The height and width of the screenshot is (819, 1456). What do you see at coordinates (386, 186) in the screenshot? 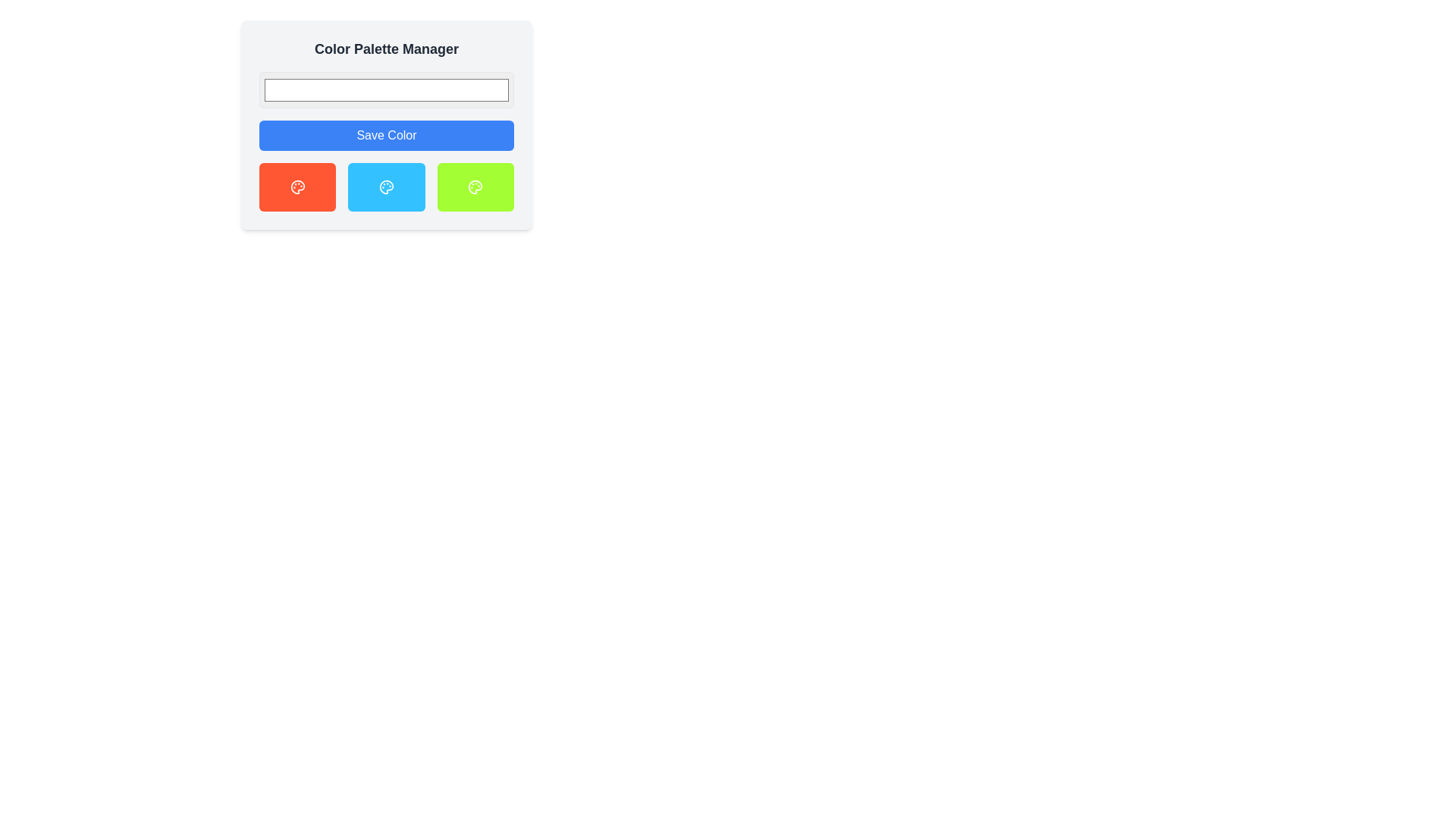
I see `the color selection element, which is a rectangular blue area with rounded corners and a centered palette icon, located` at bounding box center [386, 186].